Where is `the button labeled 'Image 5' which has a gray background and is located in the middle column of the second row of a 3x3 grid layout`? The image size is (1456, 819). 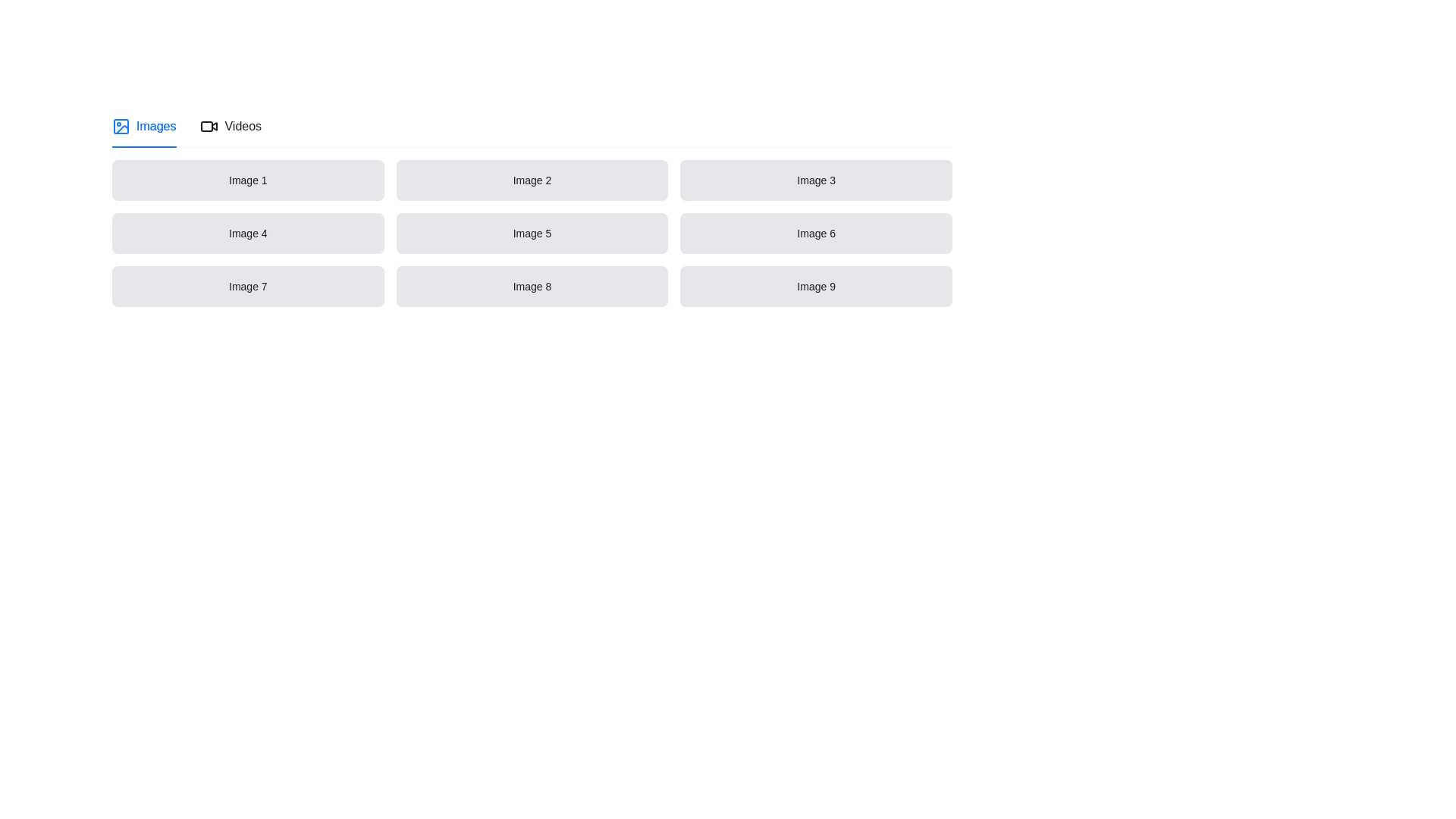
the button labeled 'Image 5' which has a gray background and is located in the middle column of the second row of a 3x3 grid layout is located at coordinates (532, 234).